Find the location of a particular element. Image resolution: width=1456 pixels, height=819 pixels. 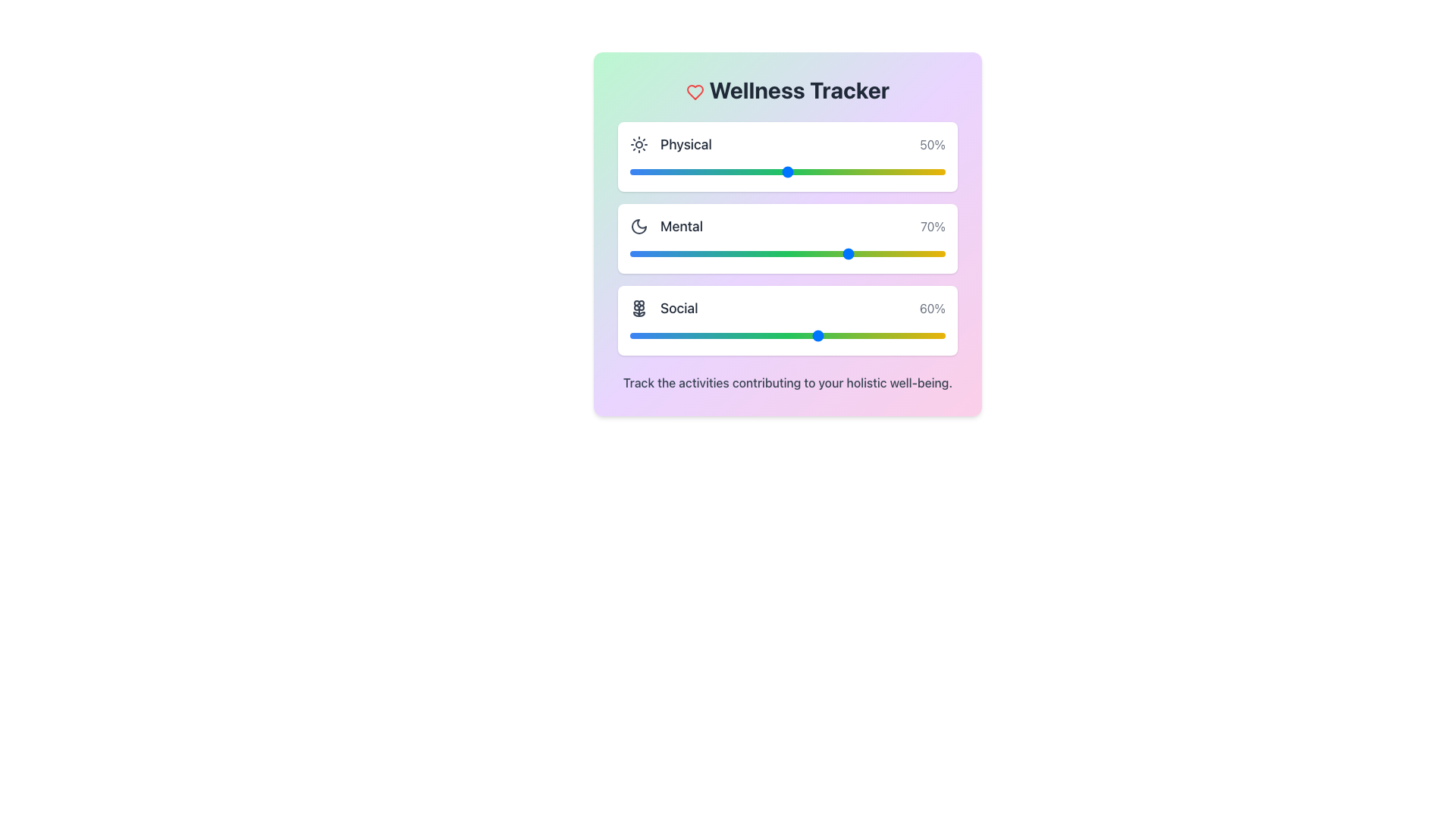

the track of the 'Physical' slider, located below the 'Physical' label and to the left of '50%', to set the value is located at coordinates (787, 171).